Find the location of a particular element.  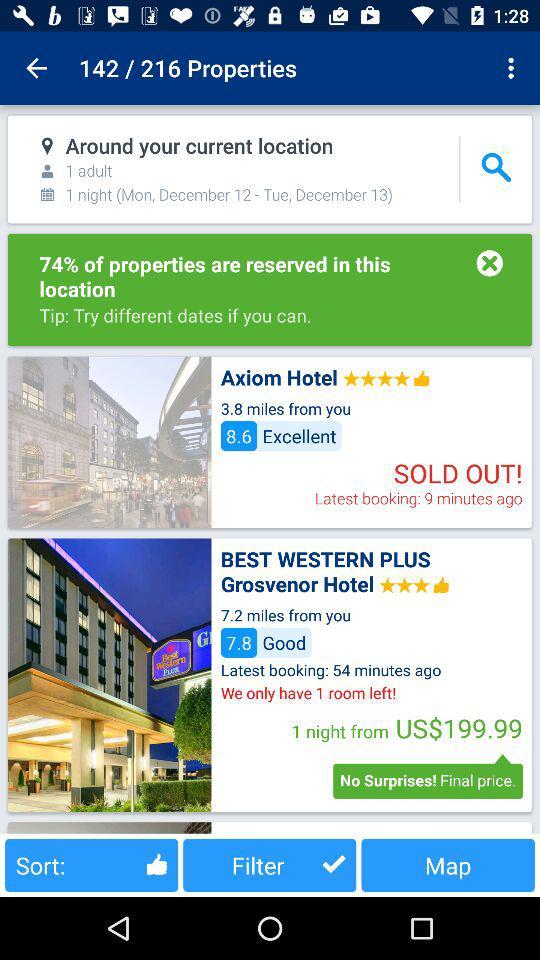

picture is located at coordinates (109, 442).